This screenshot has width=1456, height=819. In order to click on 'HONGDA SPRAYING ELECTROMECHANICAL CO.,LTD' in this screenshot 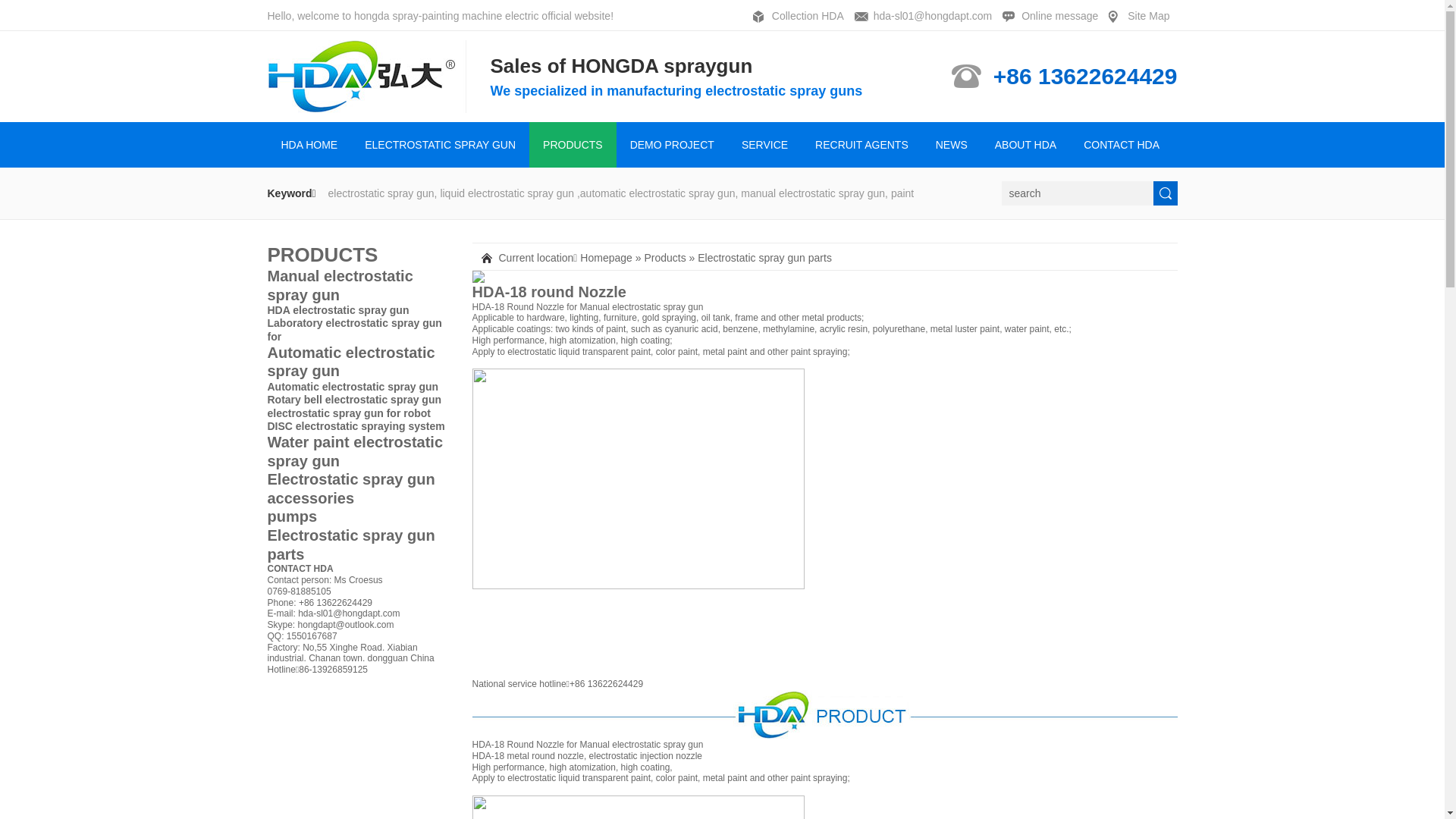, I will do `click(367, 76)`.